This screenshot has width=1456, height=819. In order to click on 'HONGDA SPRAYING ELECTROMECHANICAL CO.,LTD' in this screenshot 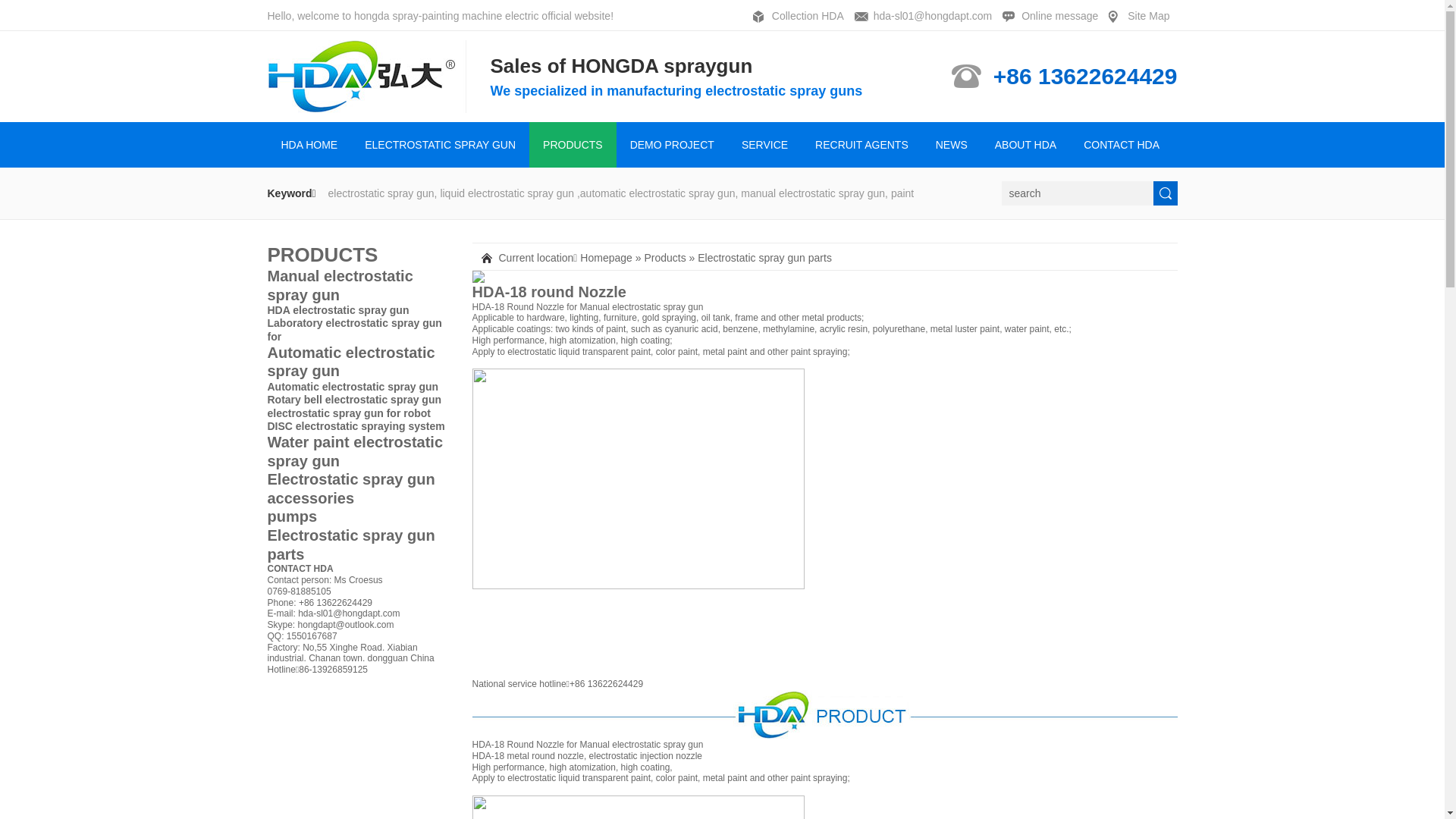, I will do `click(367, 76)`.